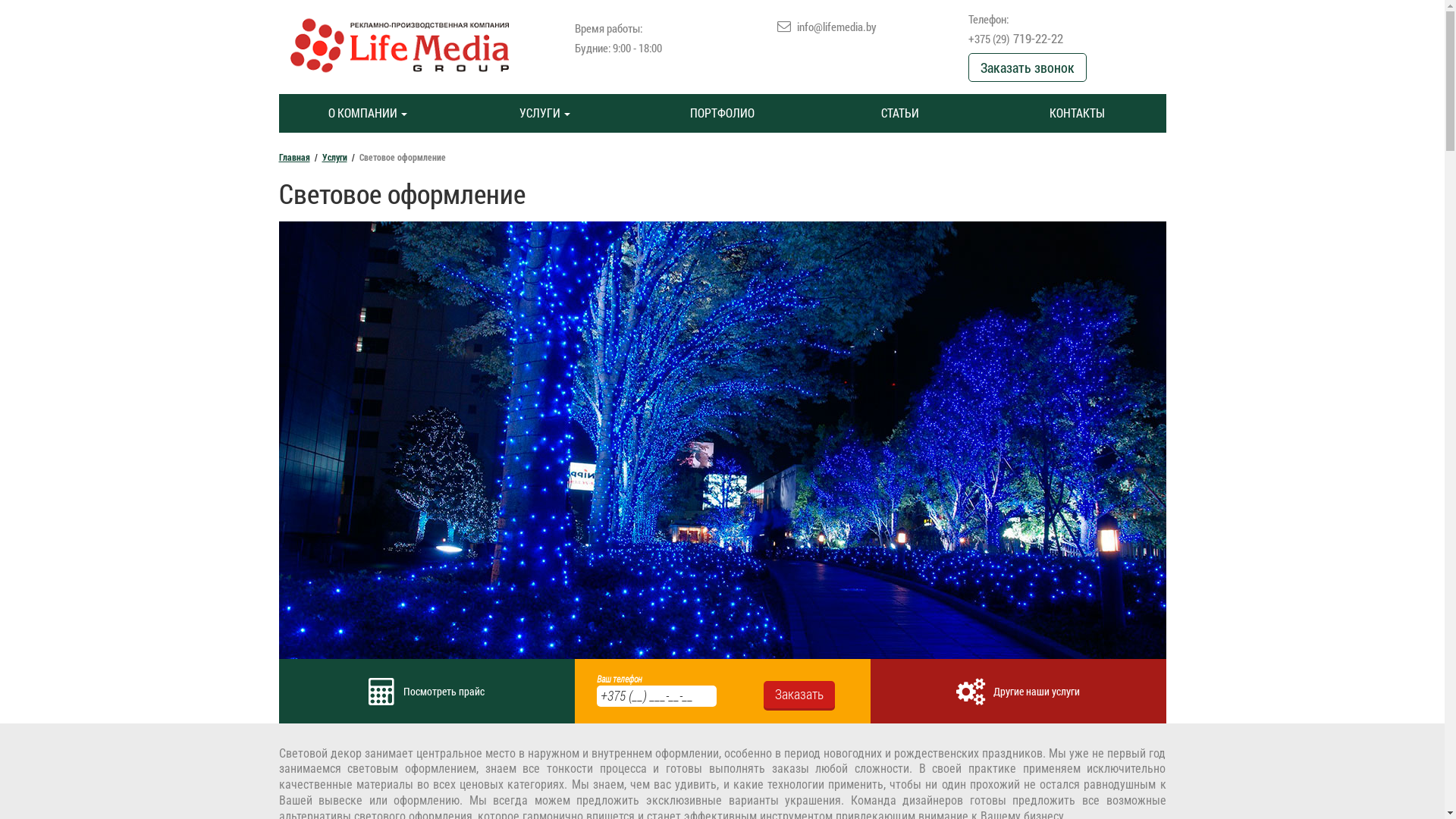 The height and width of the screenshot is (819, 1456). What do you see at coordinates (836, 26) in the screenshot?
I see `'info@lifemedia.by'` at bounding box center [836, 26].